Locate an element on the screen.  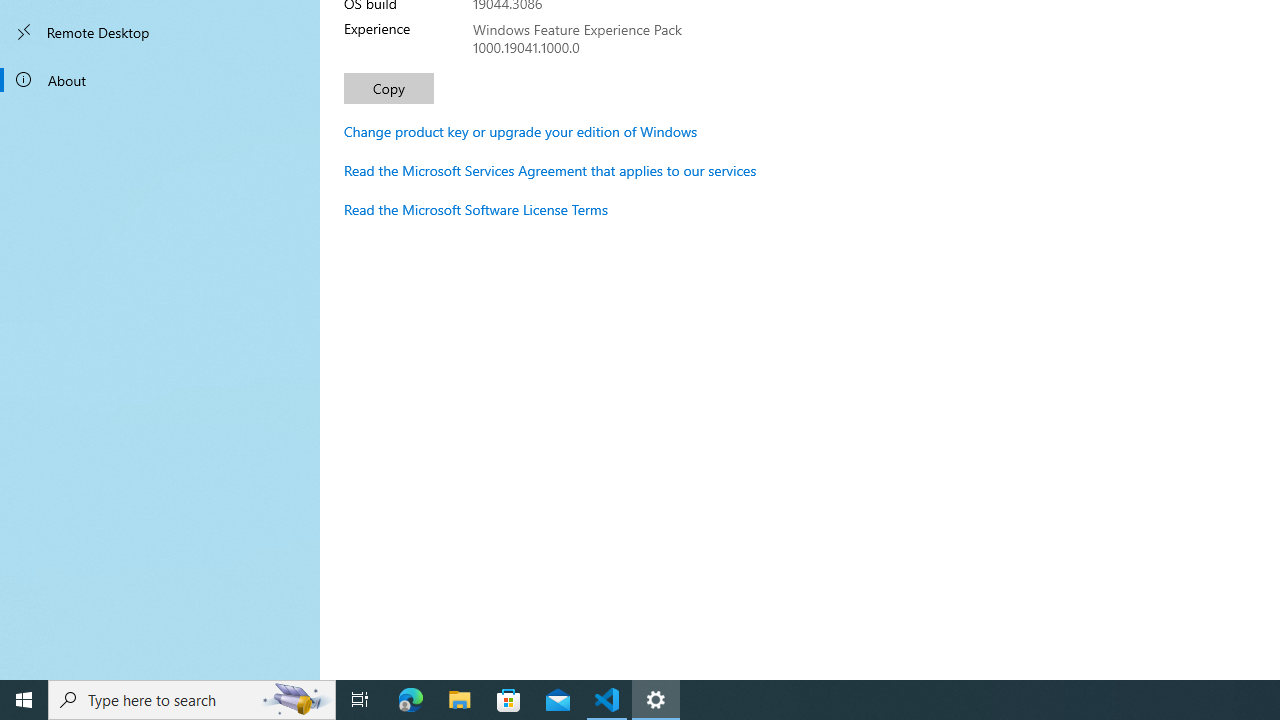
'About' is located at coordinates (160, 78).